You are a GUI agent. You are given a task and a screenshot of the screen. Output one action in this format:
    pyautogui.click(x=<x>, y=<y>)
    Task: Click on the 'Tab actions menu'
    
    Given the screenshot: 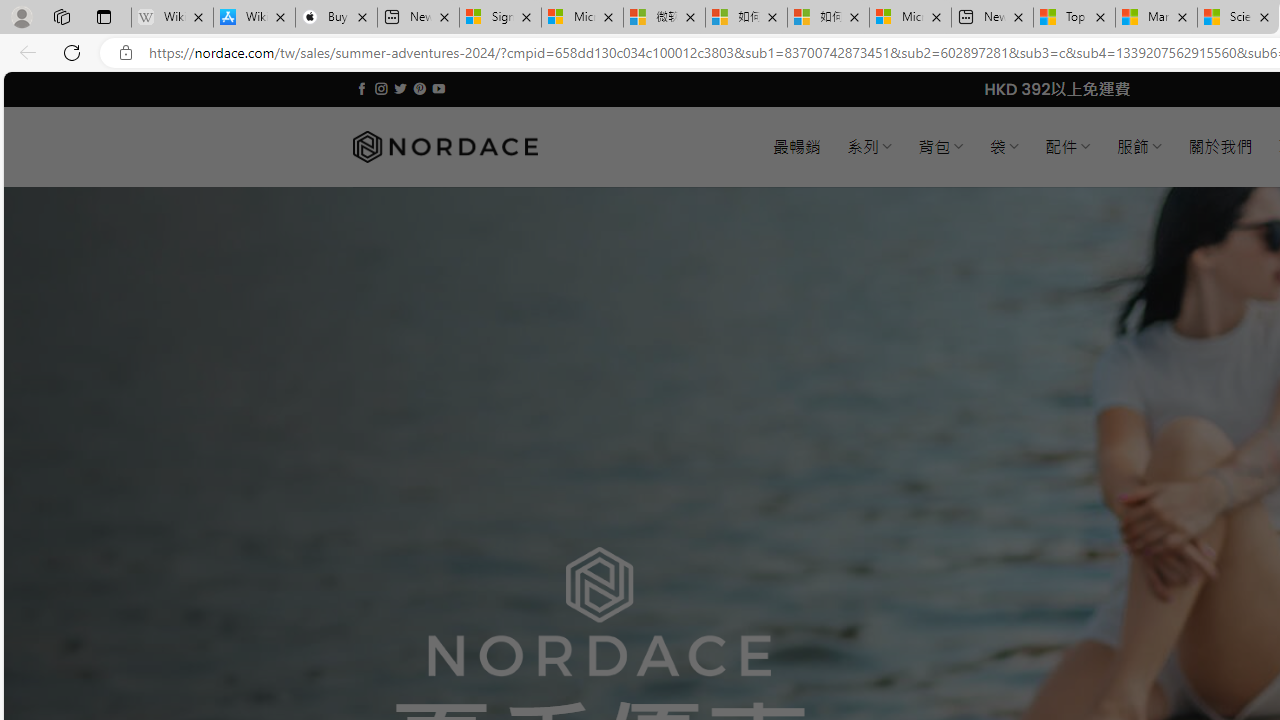 What is the action you would take?
    pyautogui.click(x=103, y=16)
    